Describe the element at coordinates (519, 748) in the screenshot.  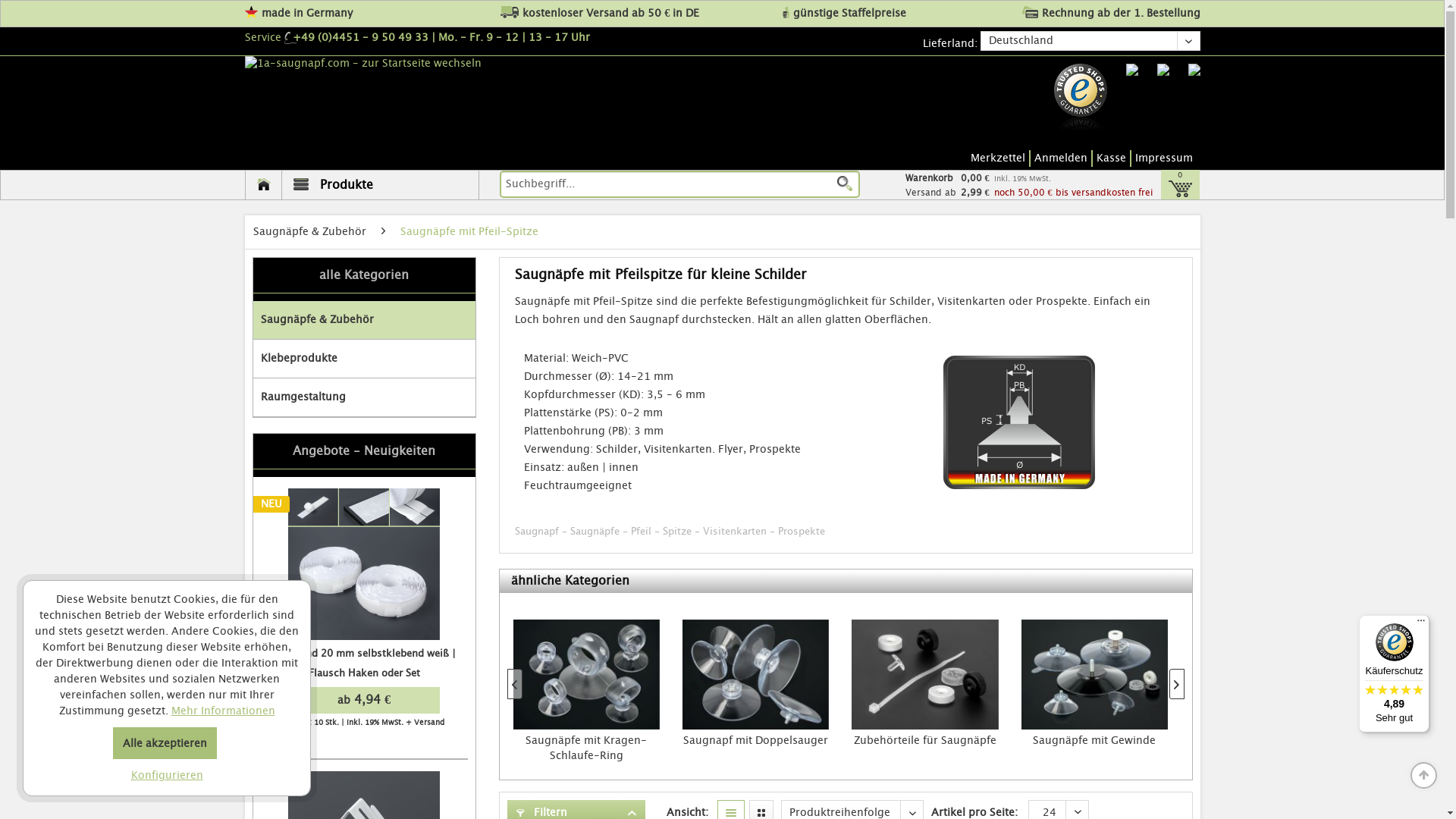
I see `'Sauger mit Schaft-Vertikalbohrung'` at that location.